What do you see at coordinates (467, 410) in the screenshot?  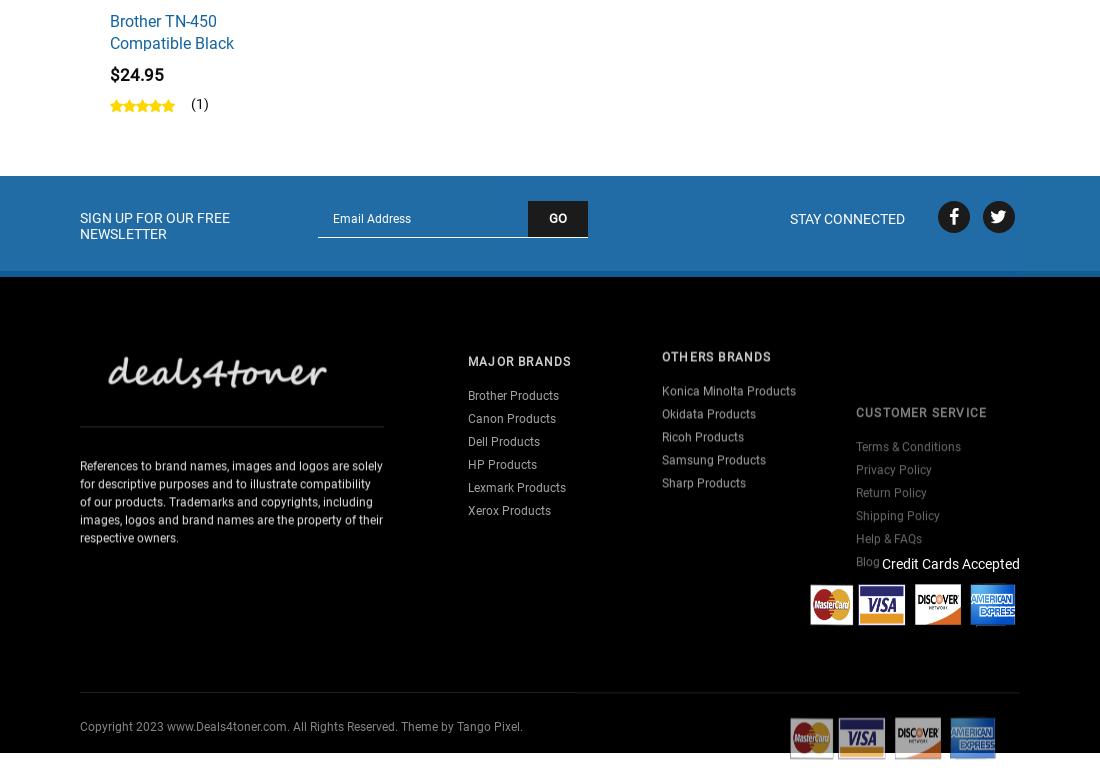 I see `'Dell Products'` at bounding box center [467, 410].